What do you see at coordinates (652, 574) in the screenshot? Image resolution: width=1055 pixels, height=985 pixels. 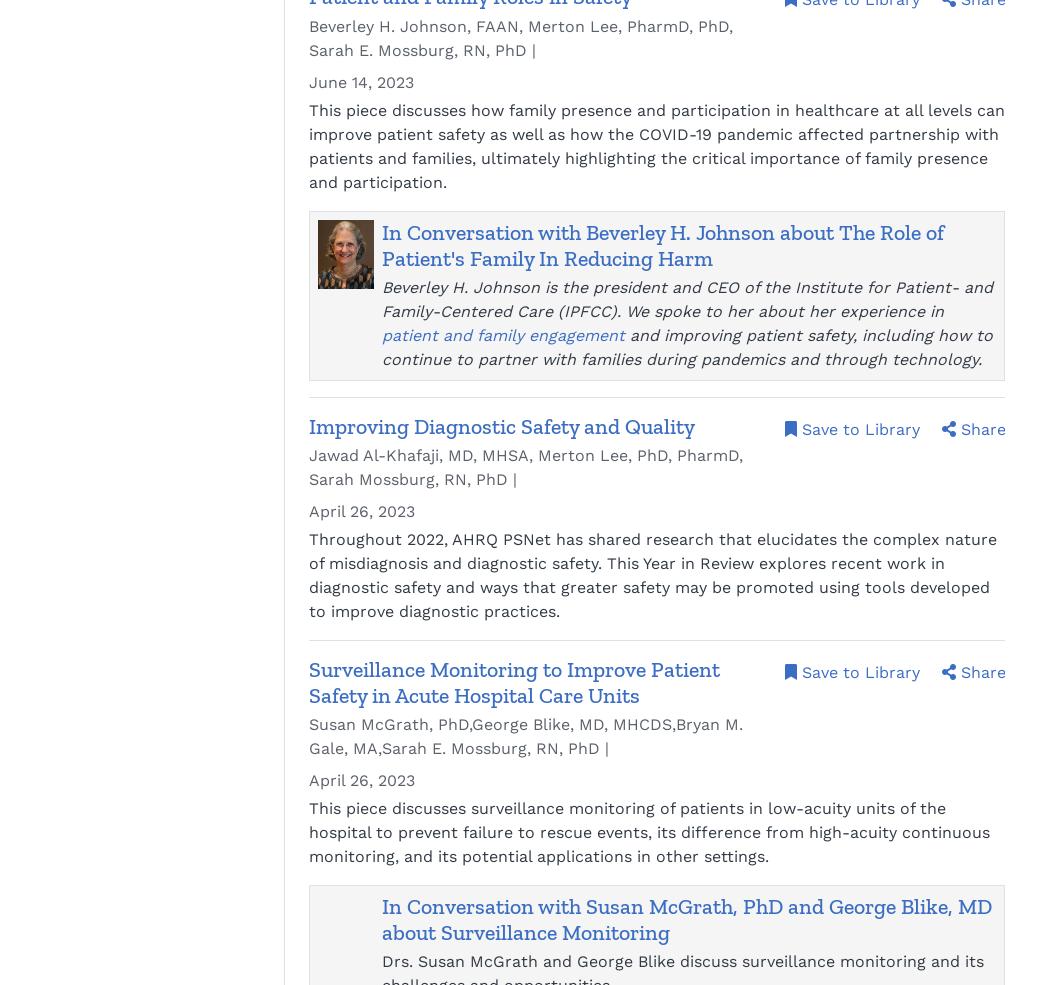 I see `'Throughout 2022, AHRQ PSNet has shared research that elucidates the complex nature of misdiagnosis and diagnostic safety. This Year in Review explores recent work in diagnostic safety and ways that greater safety may be promoted using tools developed to improve diagnostic practices.'` at bounding box center [652, 574].